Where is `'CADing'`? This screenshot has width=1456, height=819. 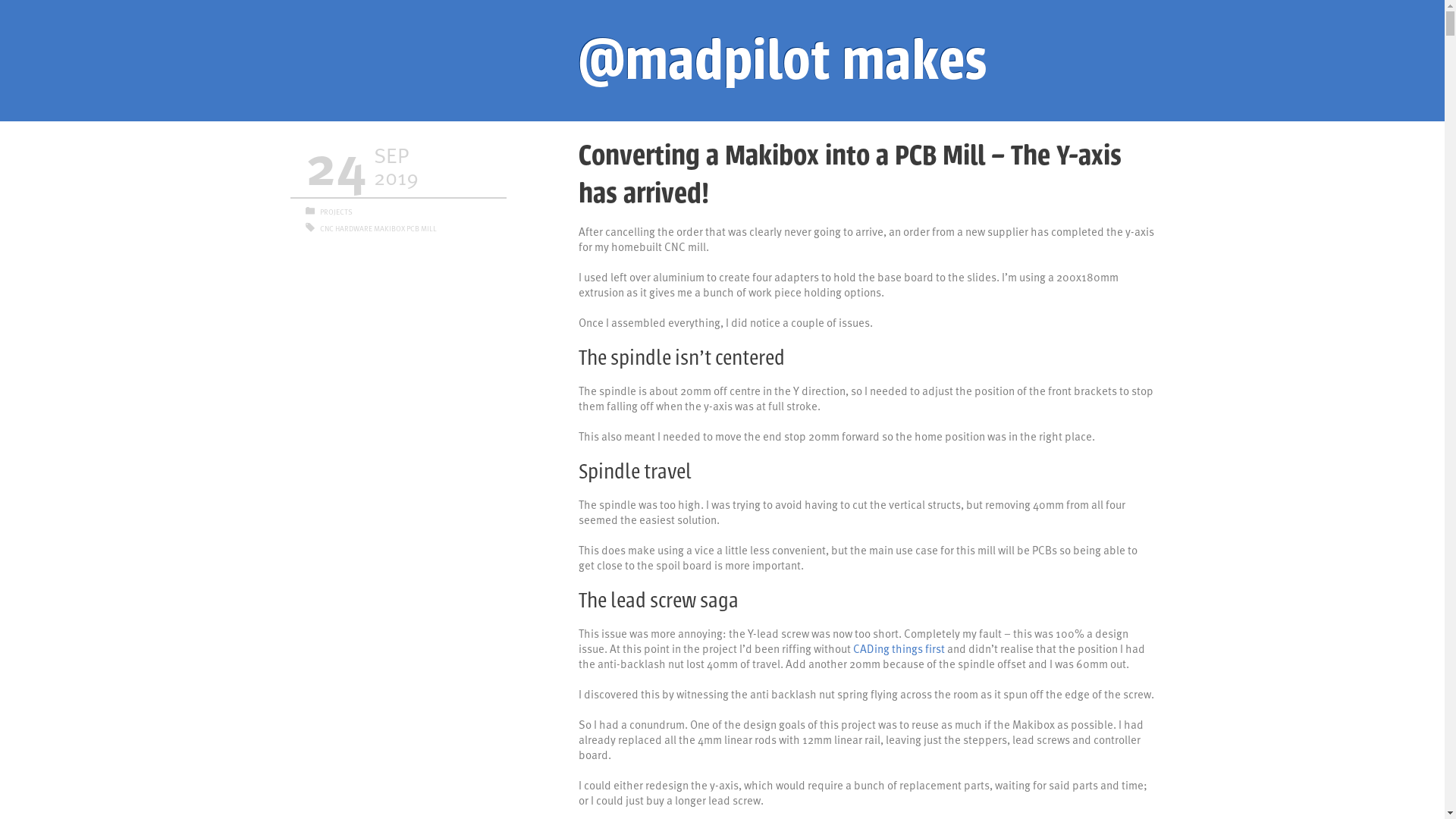 'CADing' is located at coordinates (870, 648).